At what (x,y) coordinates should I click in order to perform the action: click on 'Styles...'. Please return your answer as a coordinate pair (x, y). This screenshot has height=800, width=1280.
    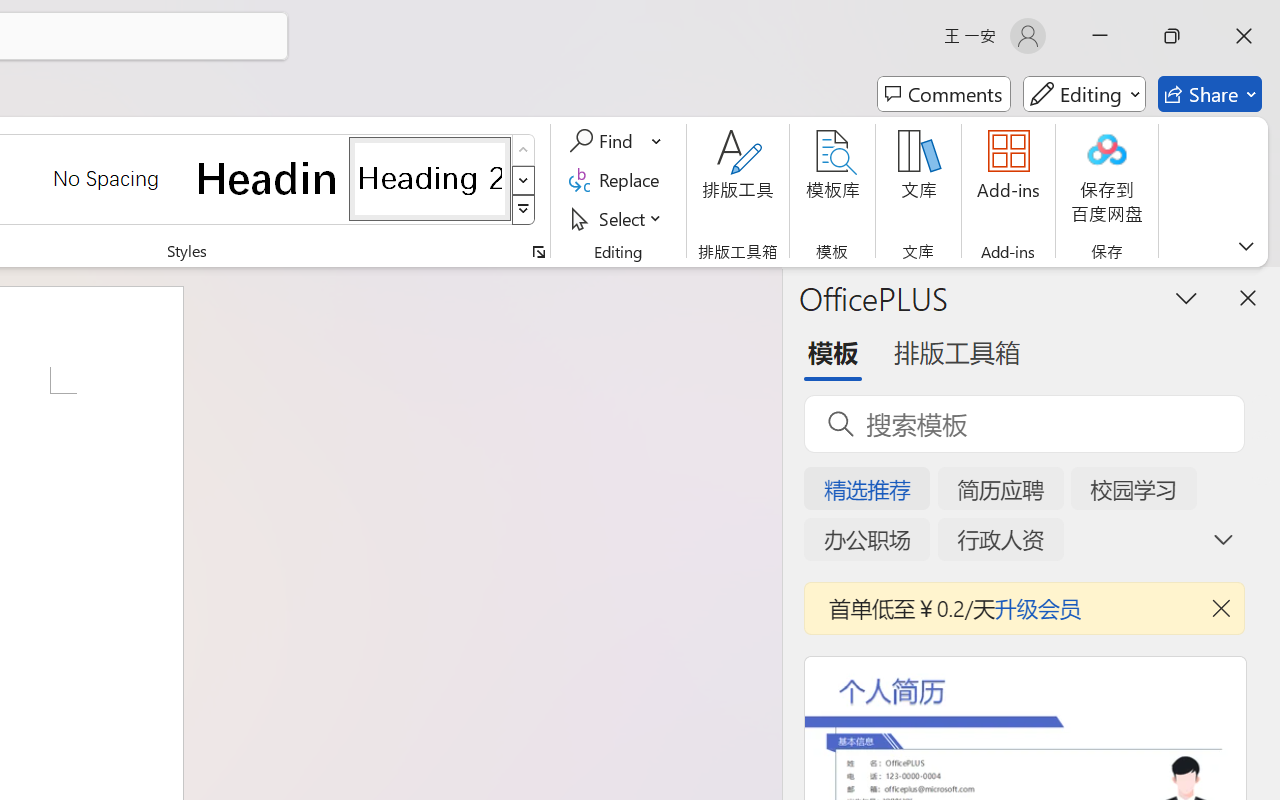
    Looking at the image, I should click on (538, 251).